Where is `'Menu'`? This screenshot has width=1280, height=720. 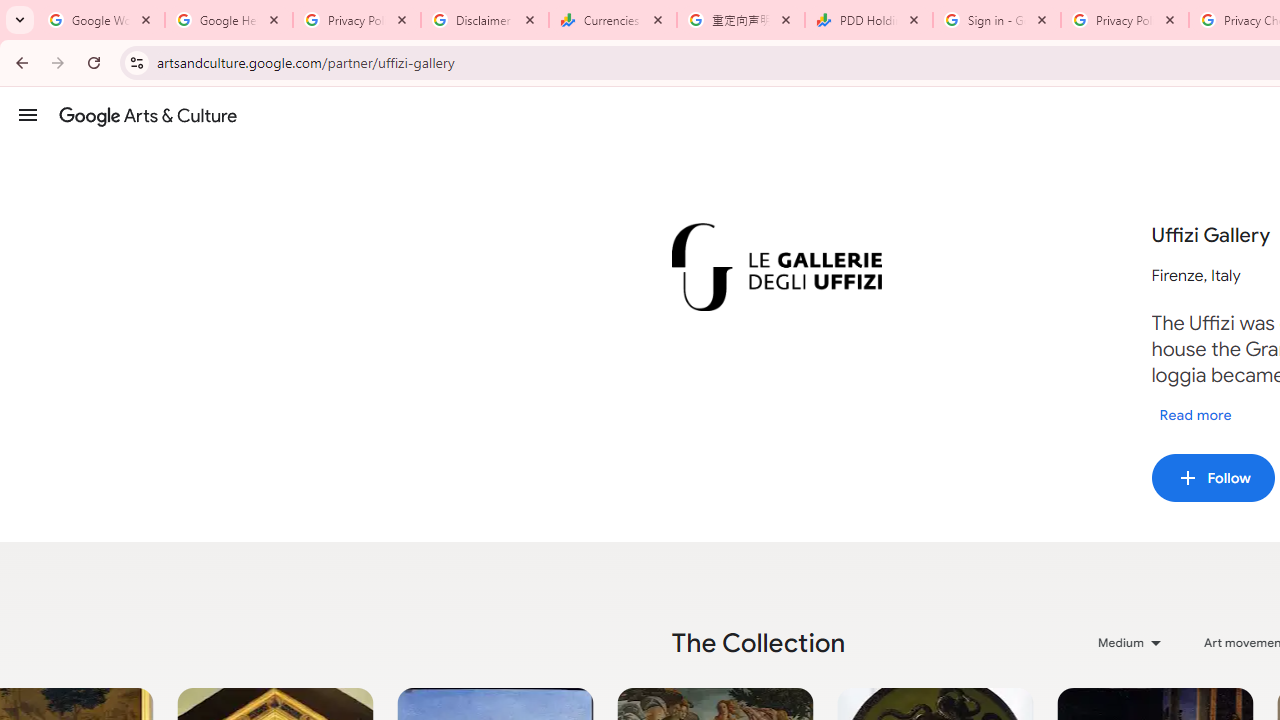
'Menu' is located at coordinates (28, 114).